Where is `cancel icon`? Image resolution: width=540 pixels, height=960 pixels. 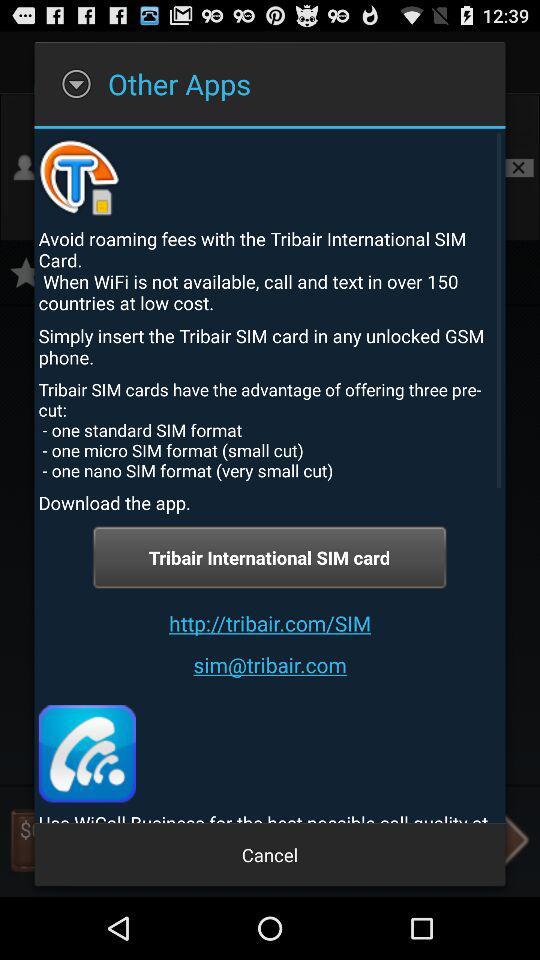
cancel icon is located at coordinates (270, 853).